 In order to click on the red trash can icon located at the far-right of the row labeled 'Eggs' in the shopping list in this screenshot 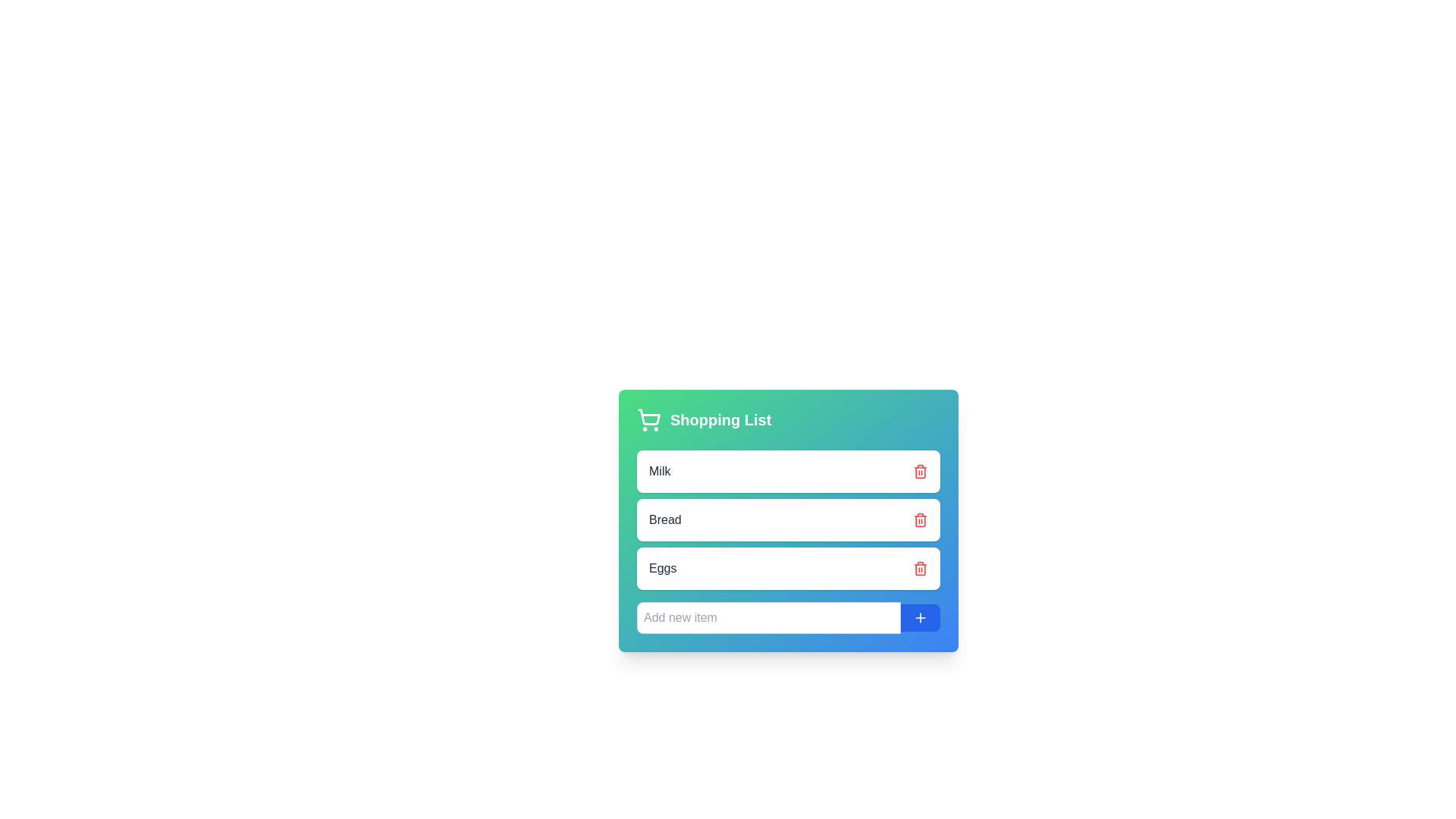, I will do `click(920, 568)`.